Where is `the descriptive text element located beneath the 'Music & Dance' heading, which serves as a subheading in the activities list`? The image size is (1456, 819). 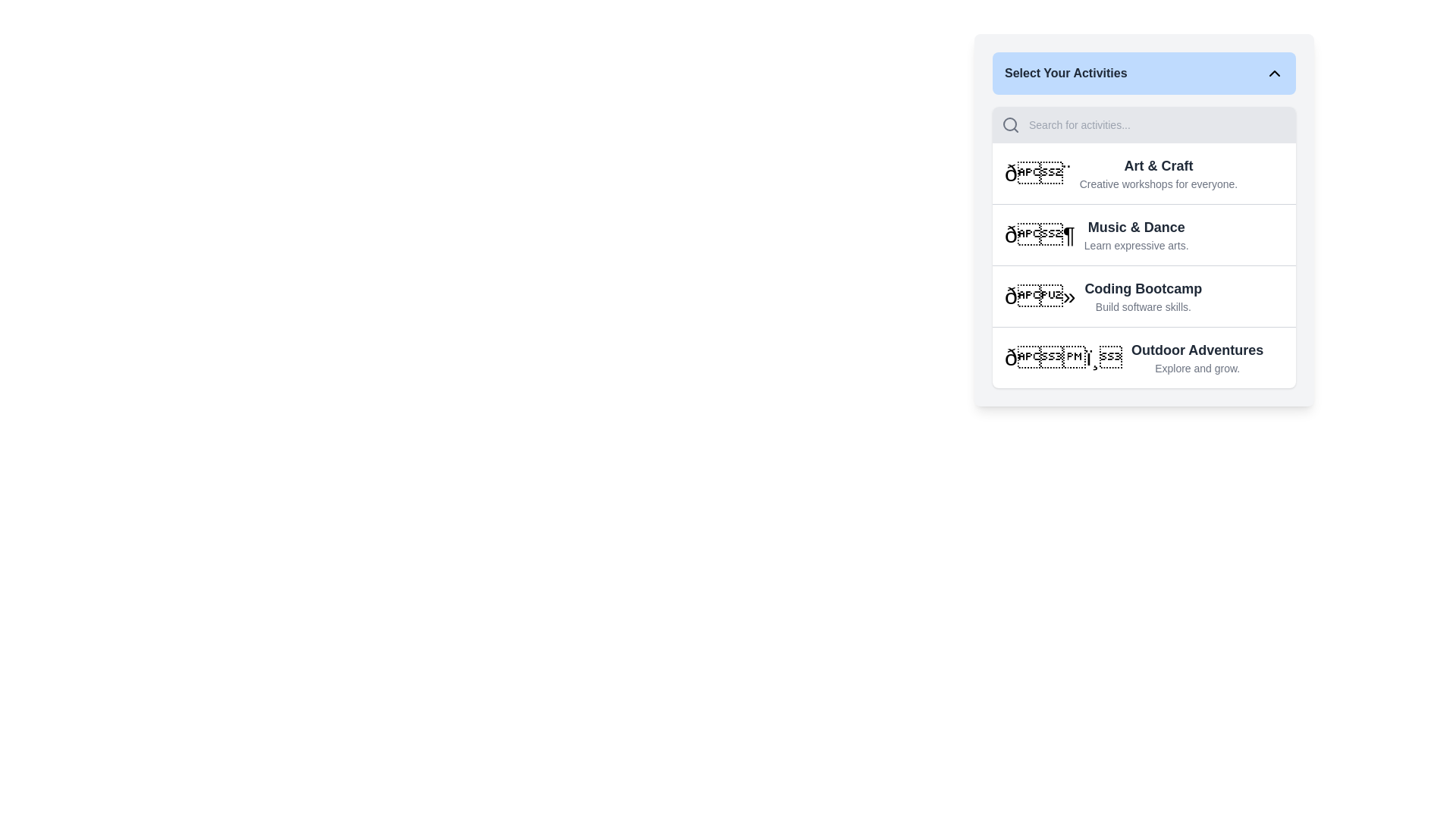 the descriptive text element located beneath the 'Music & Dance' heading, which serves as a subheading in the activities list is located at coordinates (1136, 245).